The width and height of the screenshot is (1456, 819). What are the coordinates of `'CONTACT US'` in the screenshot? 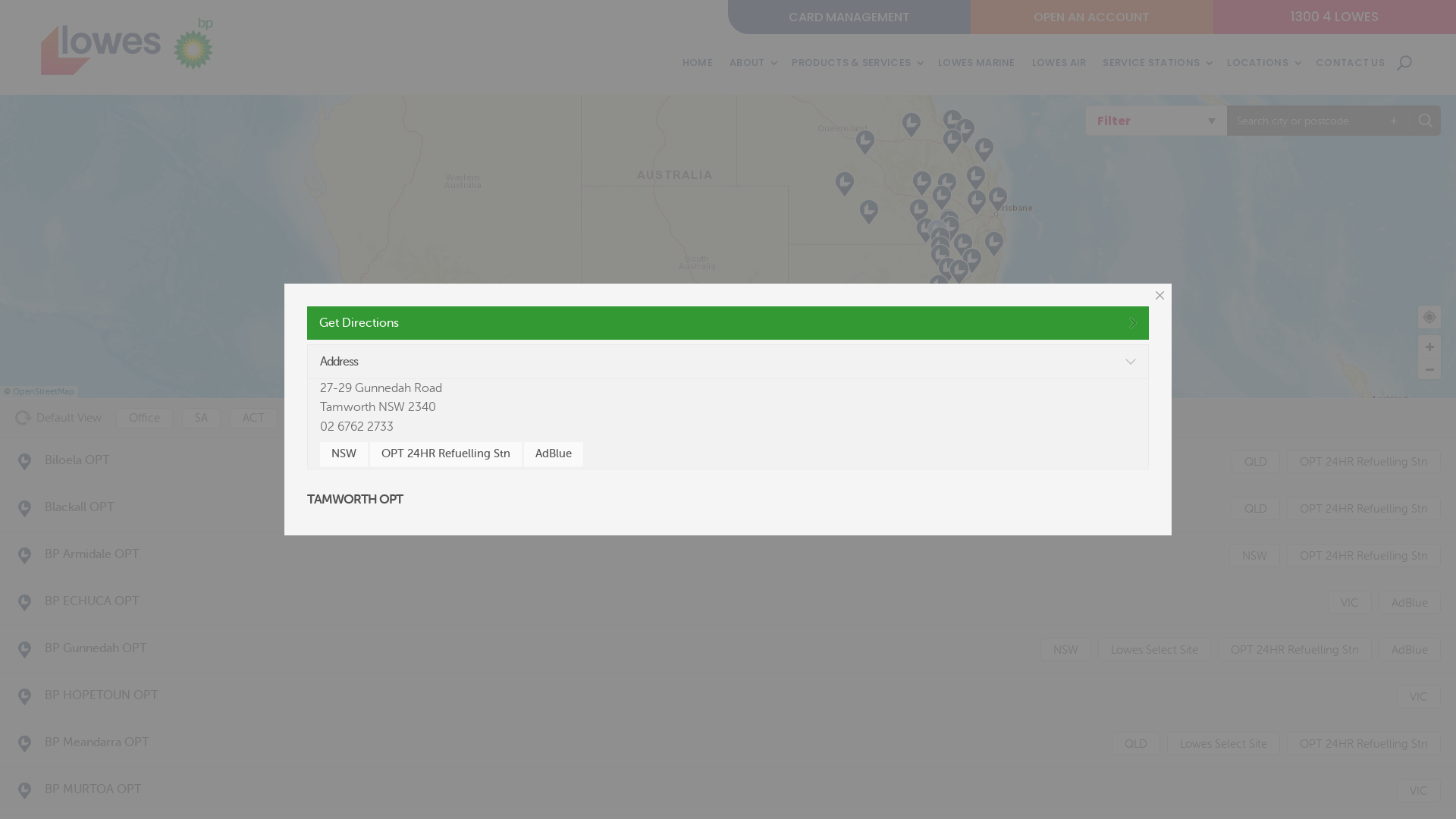 It's located at (1350, 62).